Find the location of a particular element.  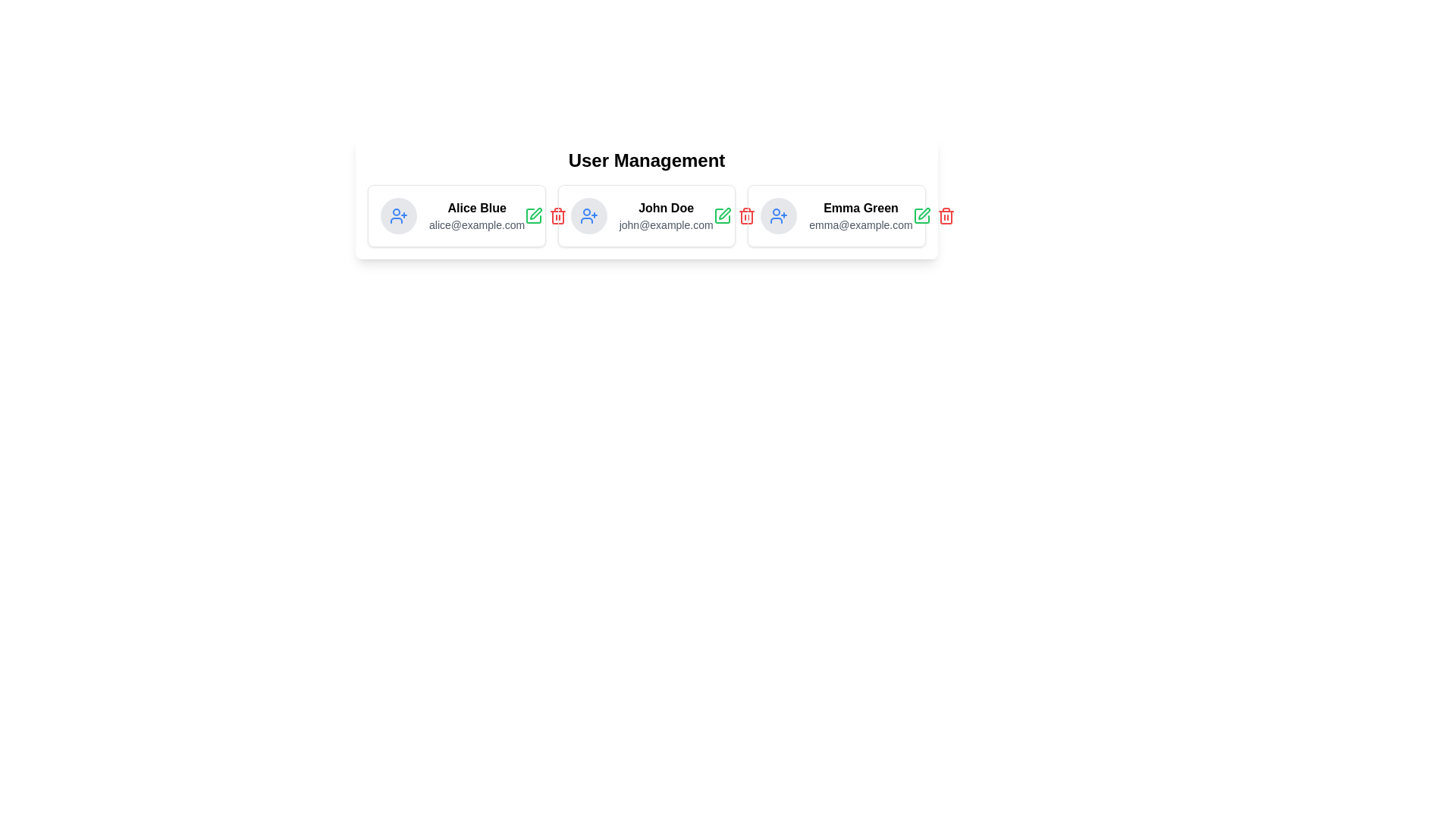

user's name and email address displayed in the text component of the user card, which is located to the right of the circular avatar icon is located at coordinates (476, 216).